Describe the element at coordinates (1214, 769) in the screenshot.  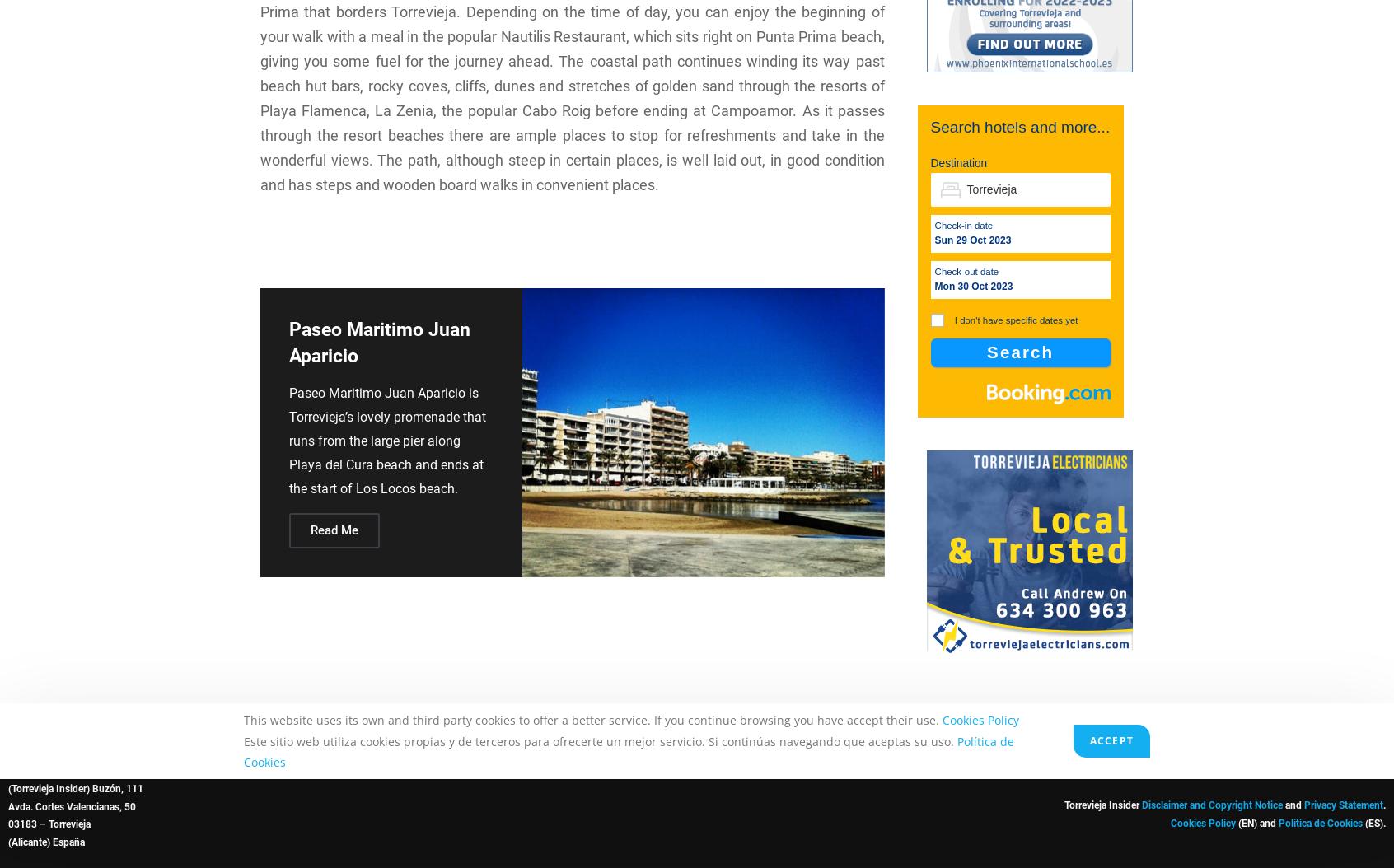
I see `'Costa Insider'` at that location.